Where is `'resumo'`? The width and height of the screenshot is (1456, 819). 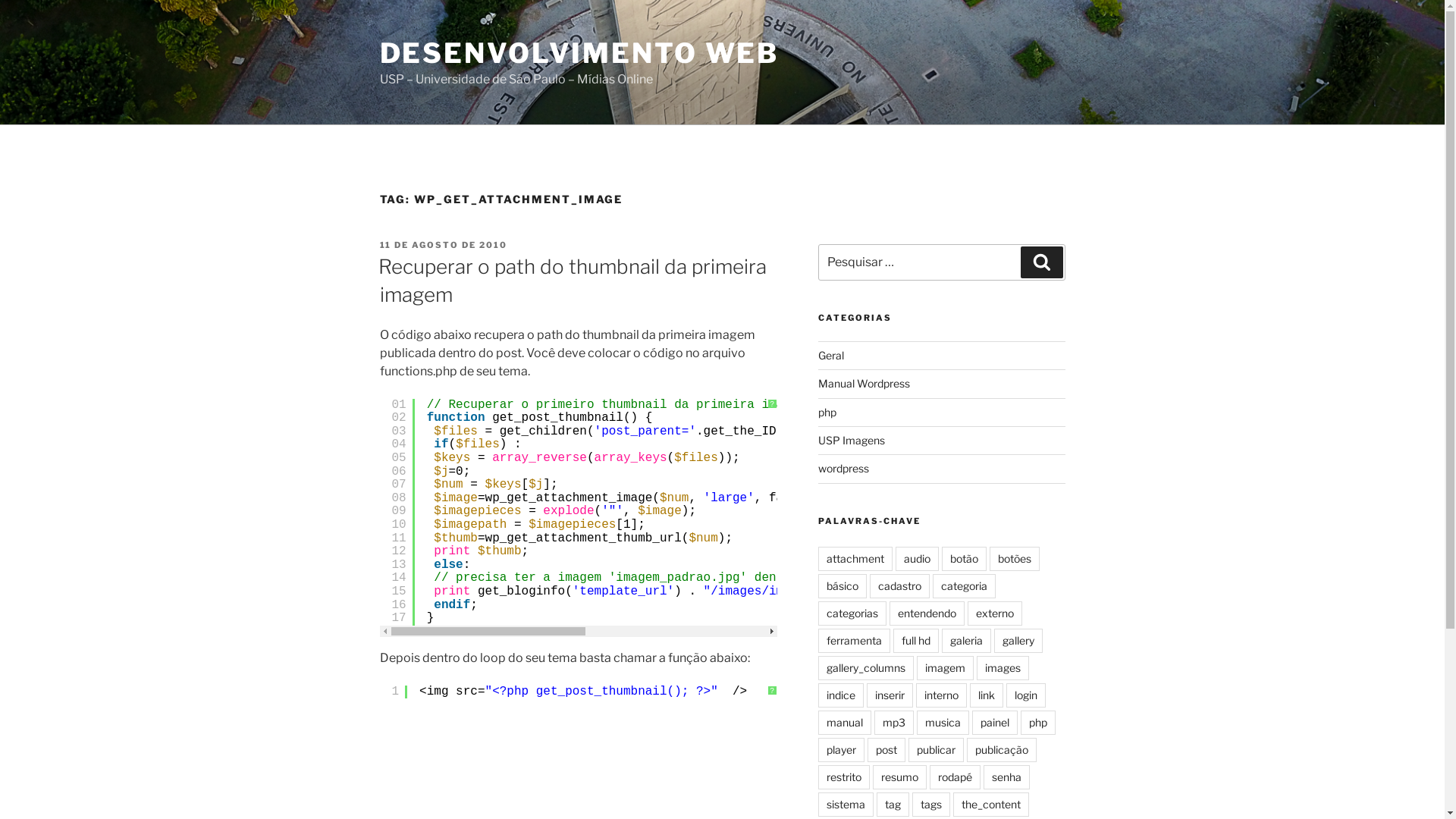 'resumo' is located at coordinates (899, 777).